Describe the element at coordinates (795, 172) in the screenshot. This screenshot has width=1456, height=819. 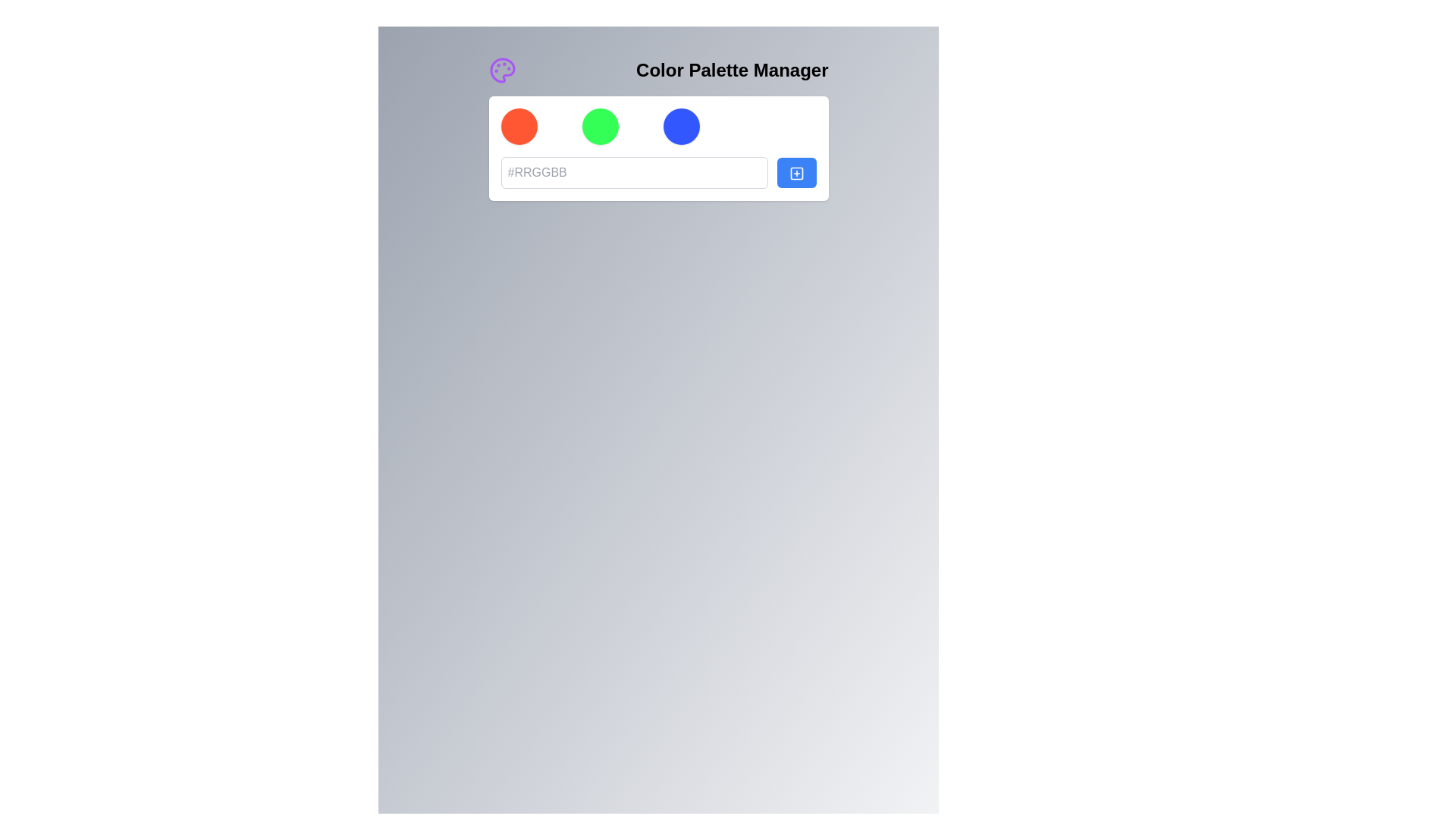
I see `the small, square-shaped SVG icon with rounded corners, which is part of a button featuring a symbolic '+' sign, located on the right side of a color selection interface` at that location.